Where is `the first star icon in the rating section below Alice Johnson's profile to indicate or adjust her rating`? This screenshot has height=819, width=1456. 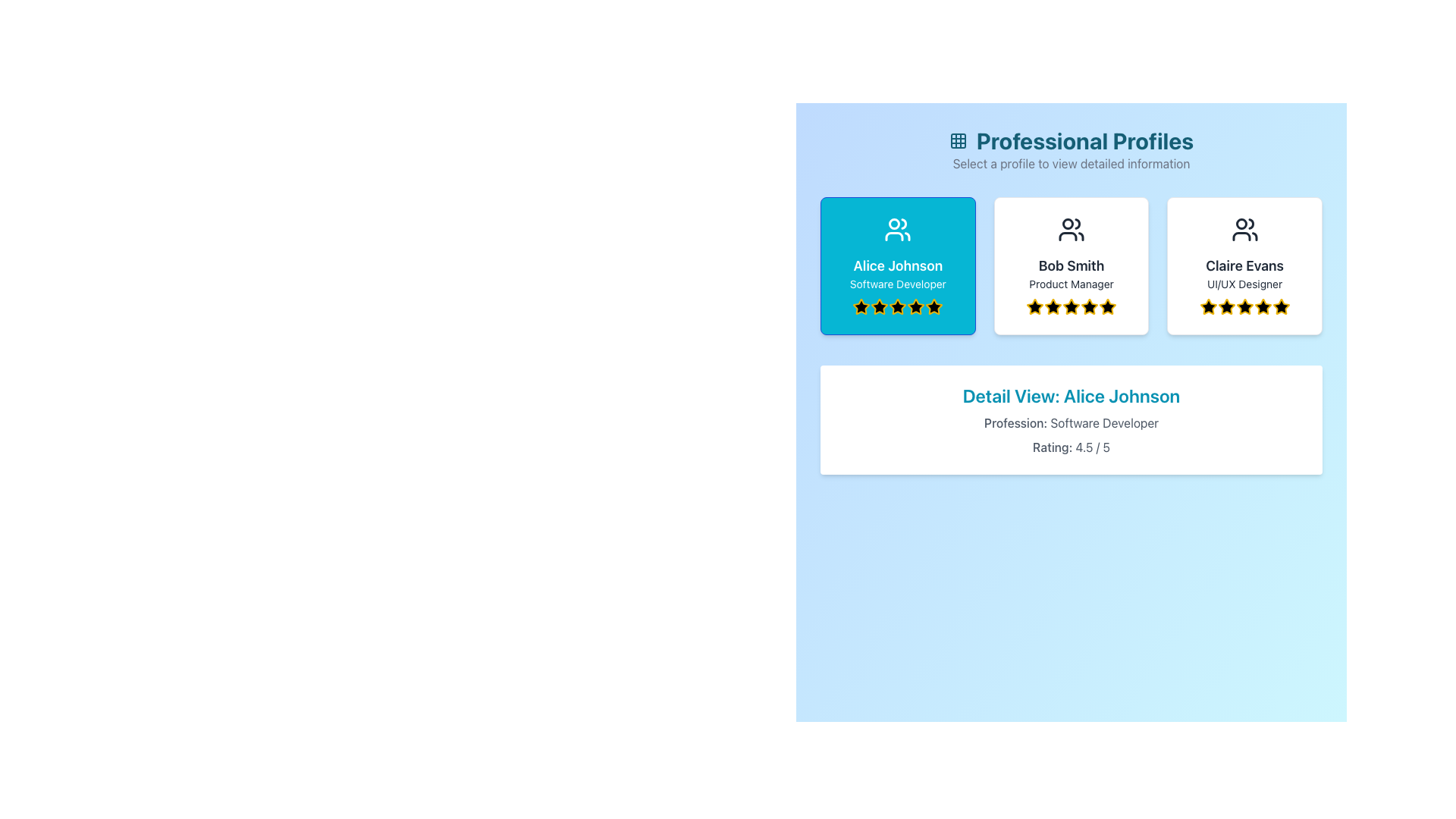
the first star icon in the rating section below Alice Johnson's profile to indicate or adjust her rating is located at coordinates (861, 306).